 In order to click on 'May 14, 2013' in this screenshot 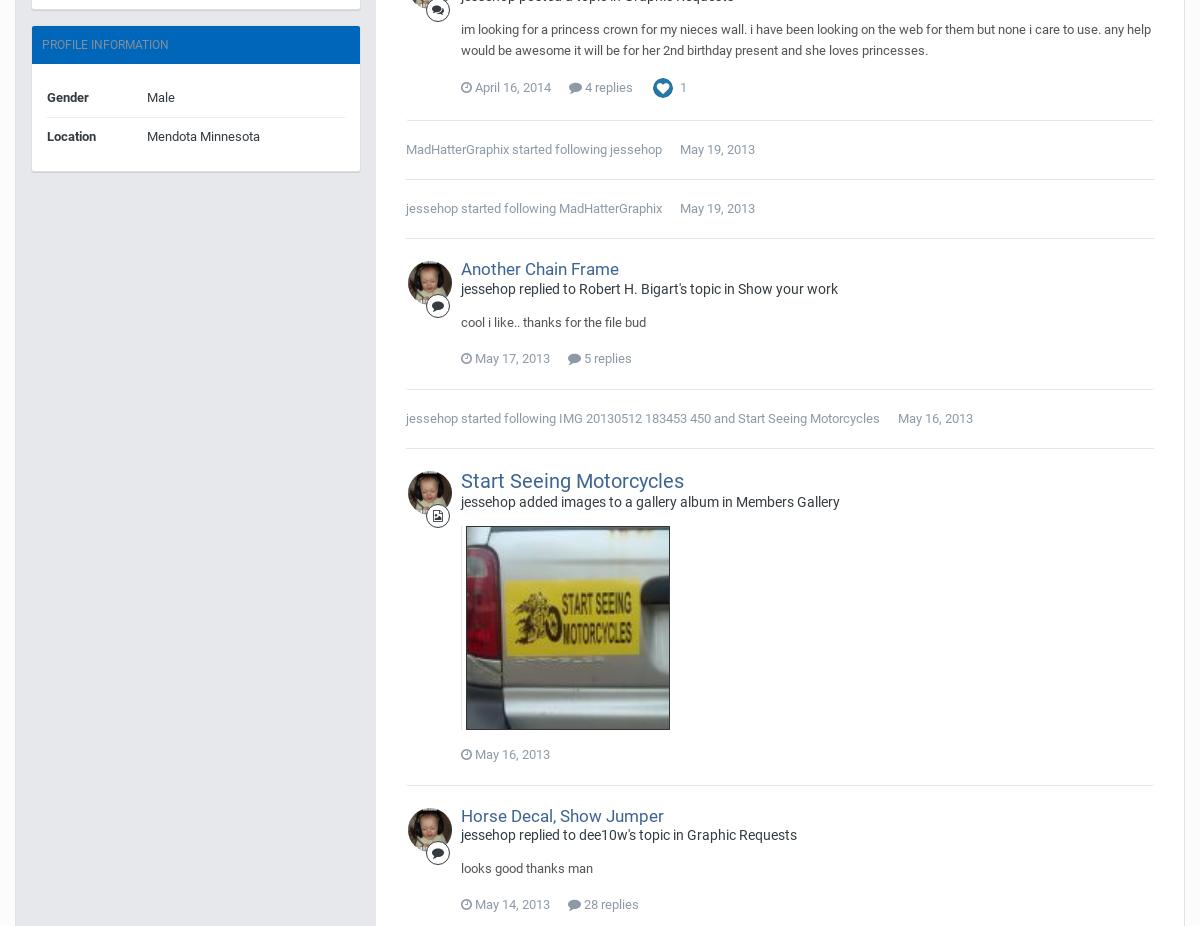, I will do `click(511, 903)`.